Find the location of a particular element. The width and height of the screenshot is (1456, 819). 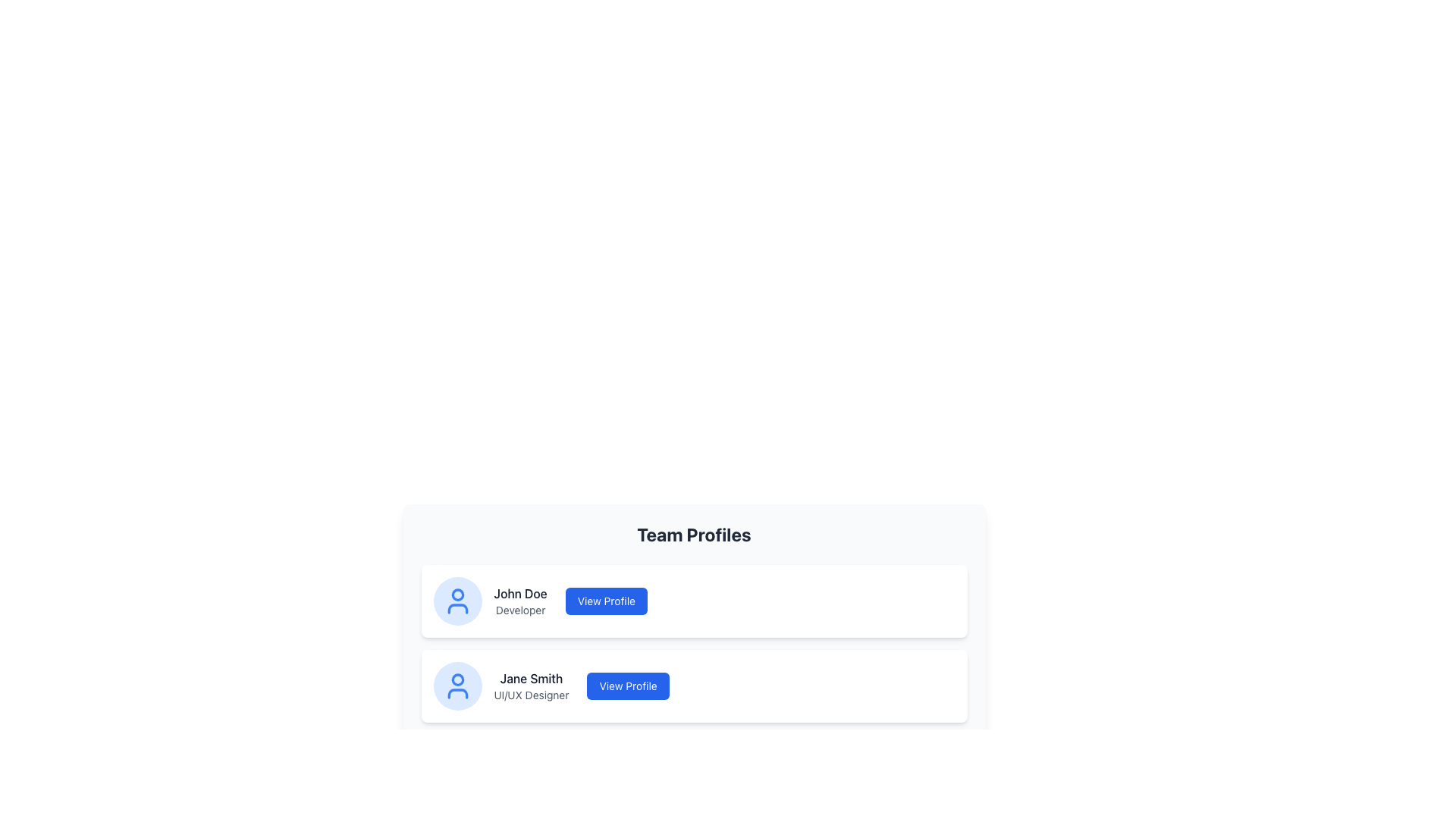

the circular graphic component that enhances the user profile icon, located in the upper part of the icon above the team member's name and role is located at coordinates (457, 679).